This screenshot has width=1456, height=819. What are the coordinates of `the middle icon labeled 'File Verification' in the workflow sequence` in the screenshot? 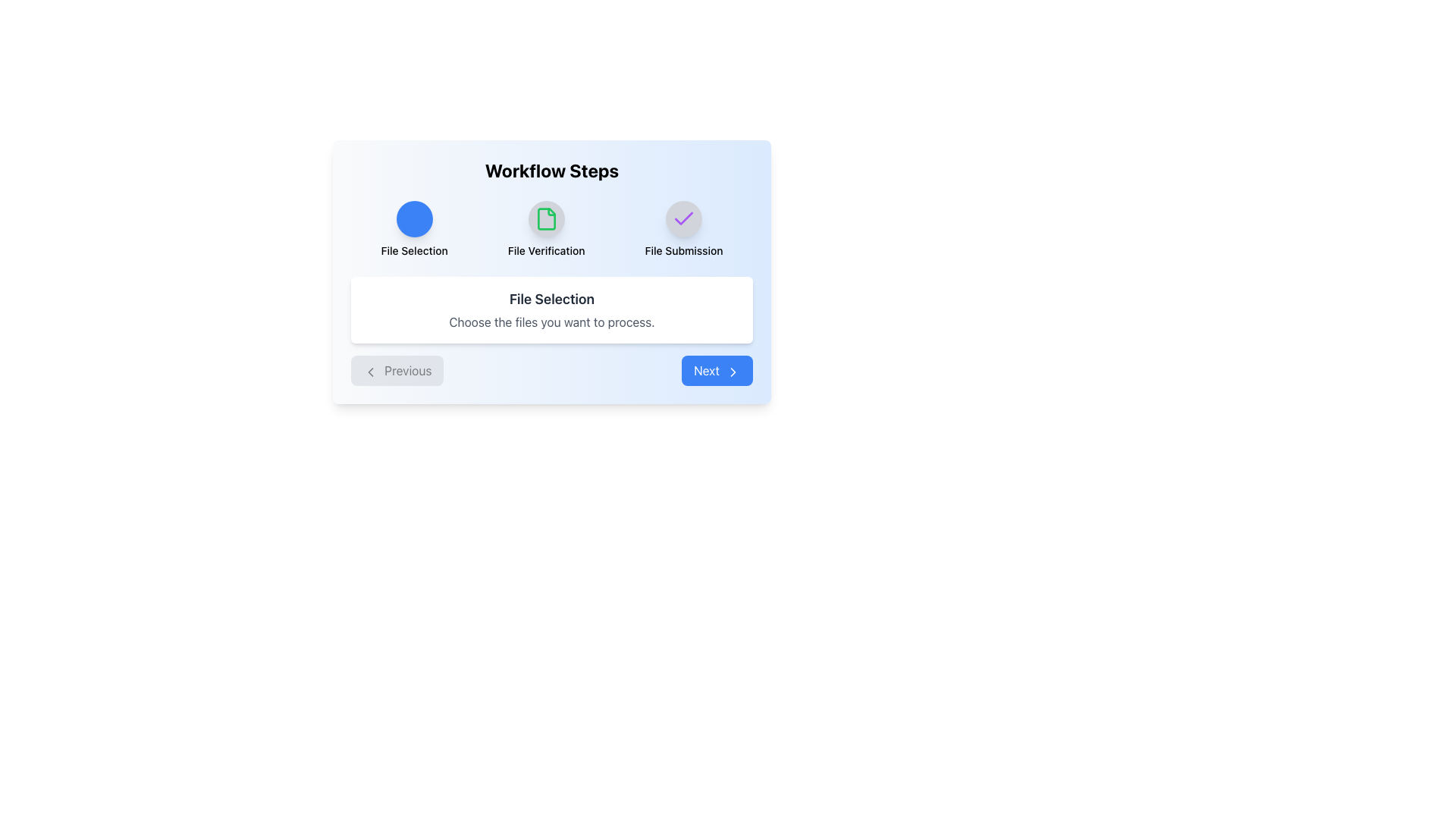 It's located at (546, 219).